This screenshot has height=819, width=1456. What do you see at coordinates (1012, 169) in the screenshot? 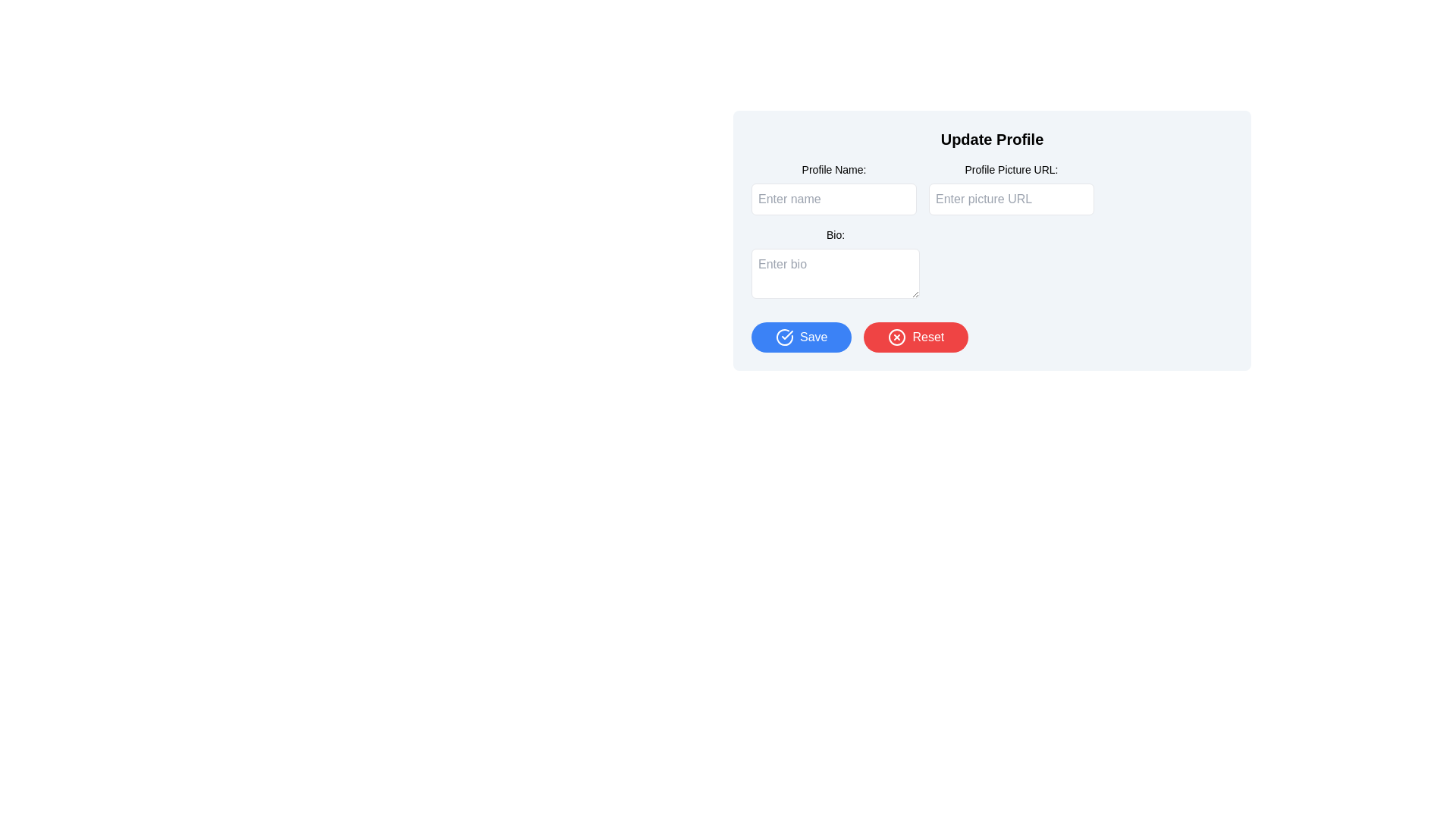
I see `the label indicating the purpose of the adjacent input field for the Profile Picture URL in the Update Profile form, located at the top-right part of the form` at bounding box center [1012, 169].